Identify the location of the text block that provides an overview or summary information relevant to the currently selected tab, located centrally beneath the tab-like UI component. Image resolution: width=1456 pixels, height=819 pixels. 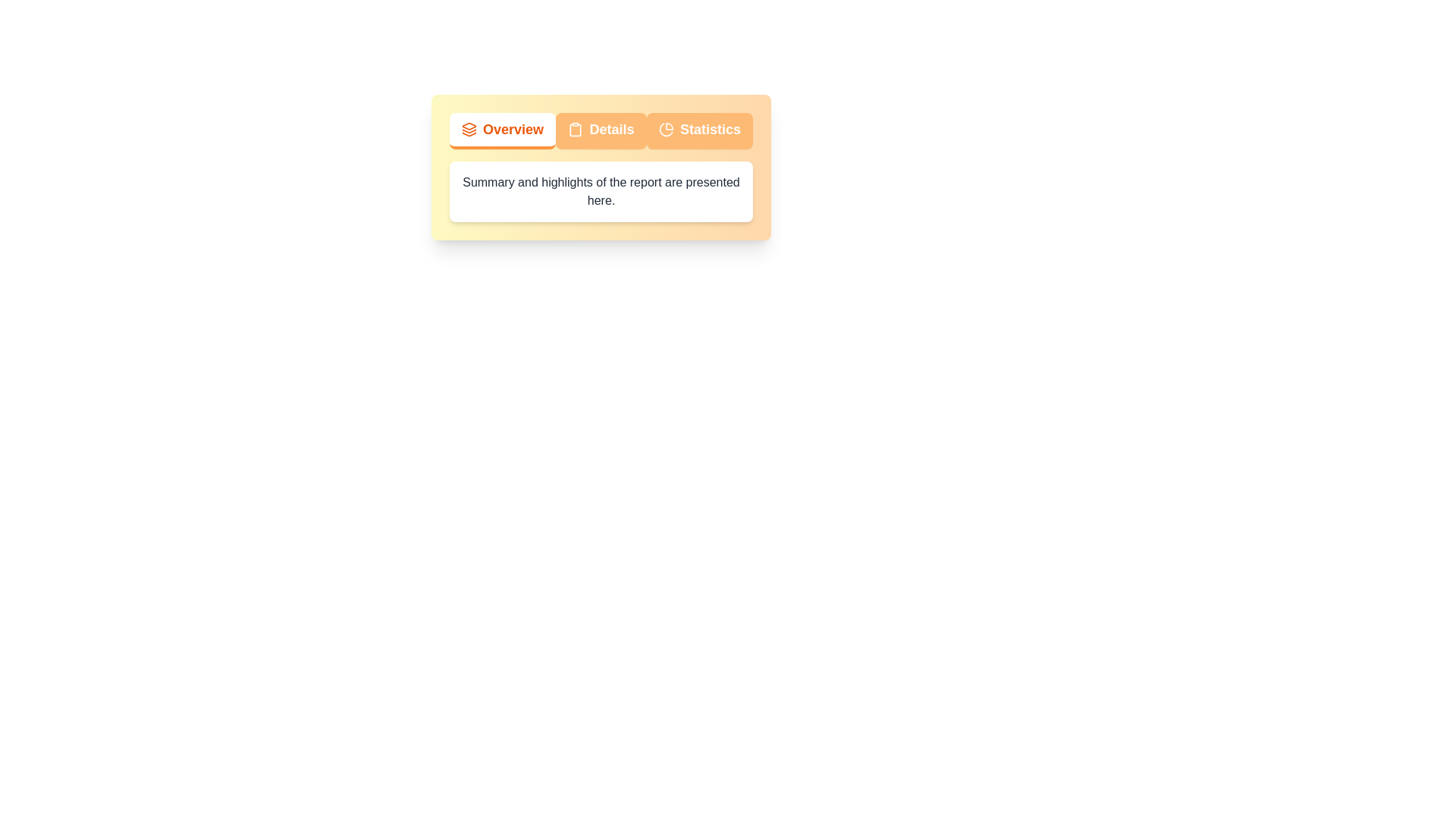
(600, 191).